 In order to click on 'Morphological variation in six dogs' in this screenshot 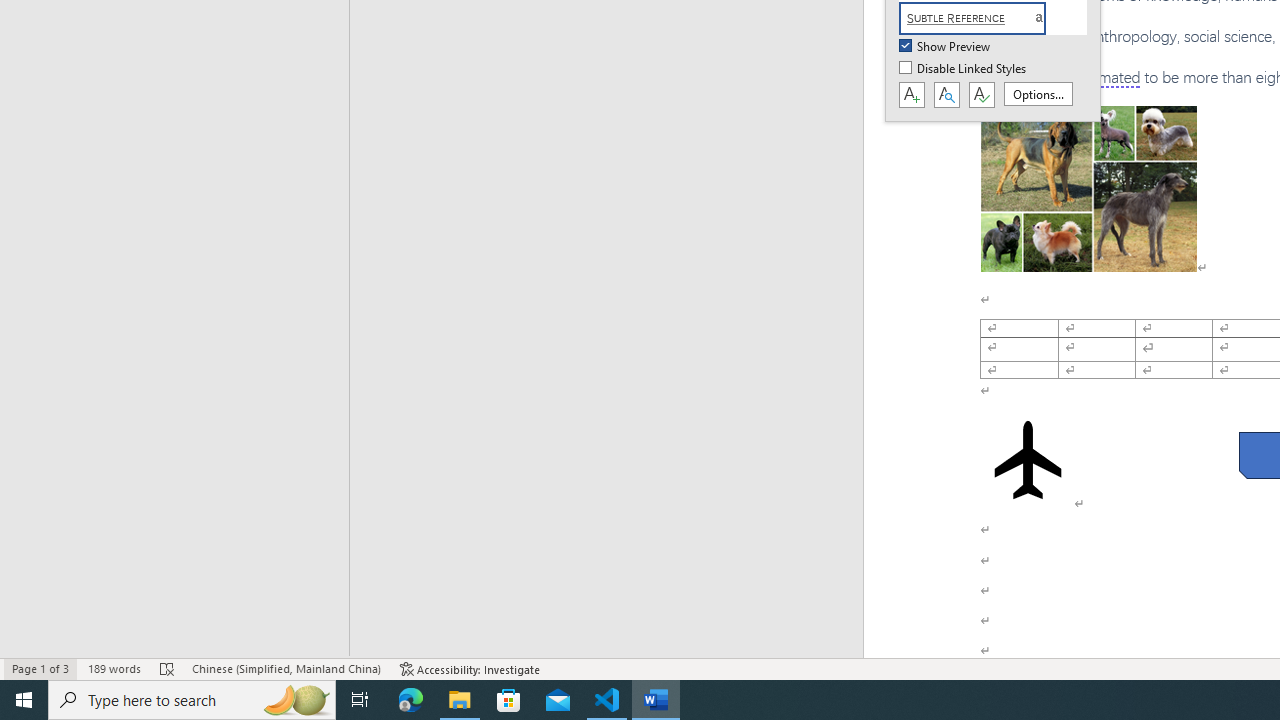, I will do `click(1087, 189)`.